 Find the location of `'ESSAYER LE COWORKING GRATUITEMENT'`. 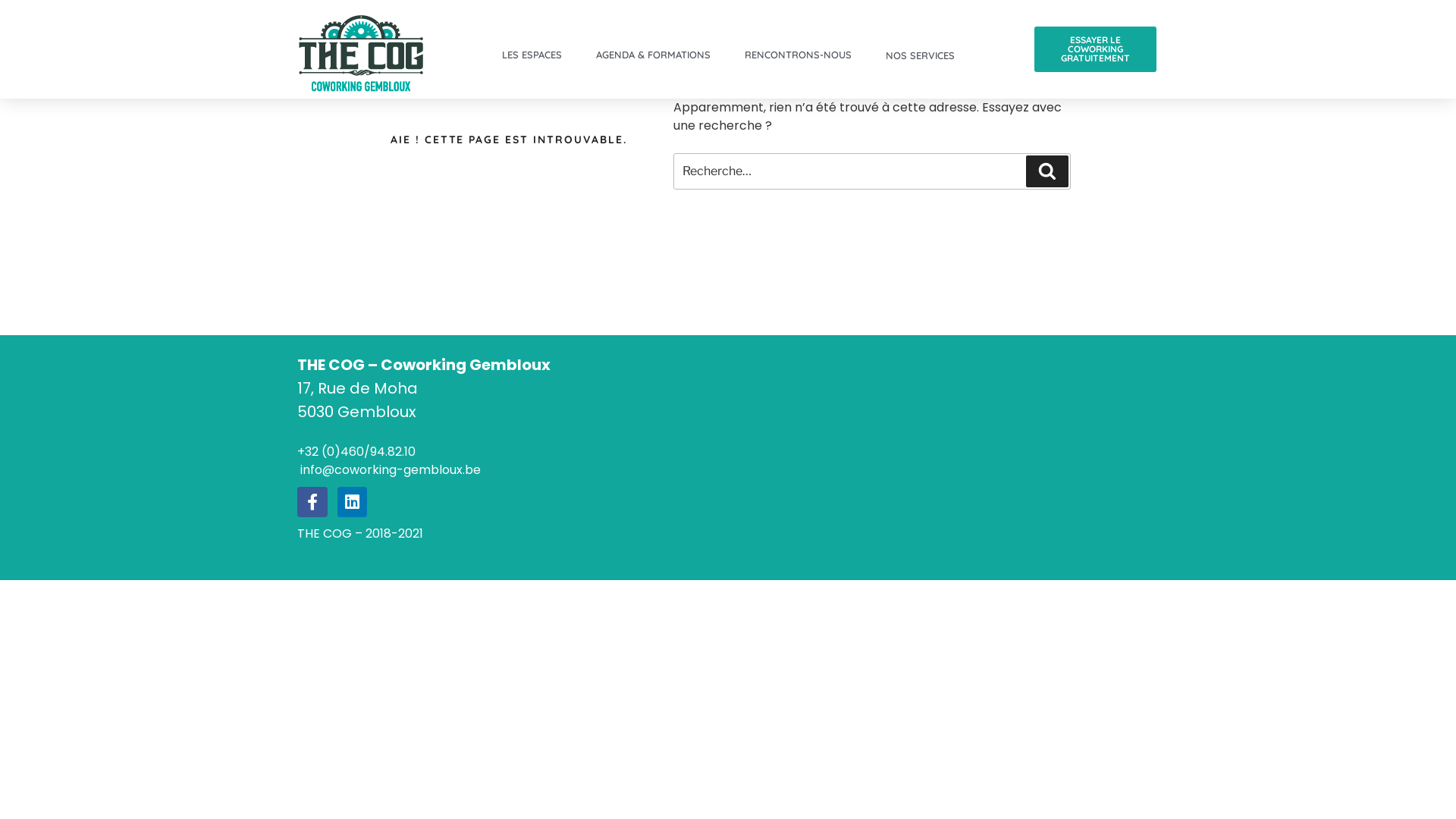

'ESSAYER LE COWORKING GRATUITEMENT' is located at coordinates (1033, 49).